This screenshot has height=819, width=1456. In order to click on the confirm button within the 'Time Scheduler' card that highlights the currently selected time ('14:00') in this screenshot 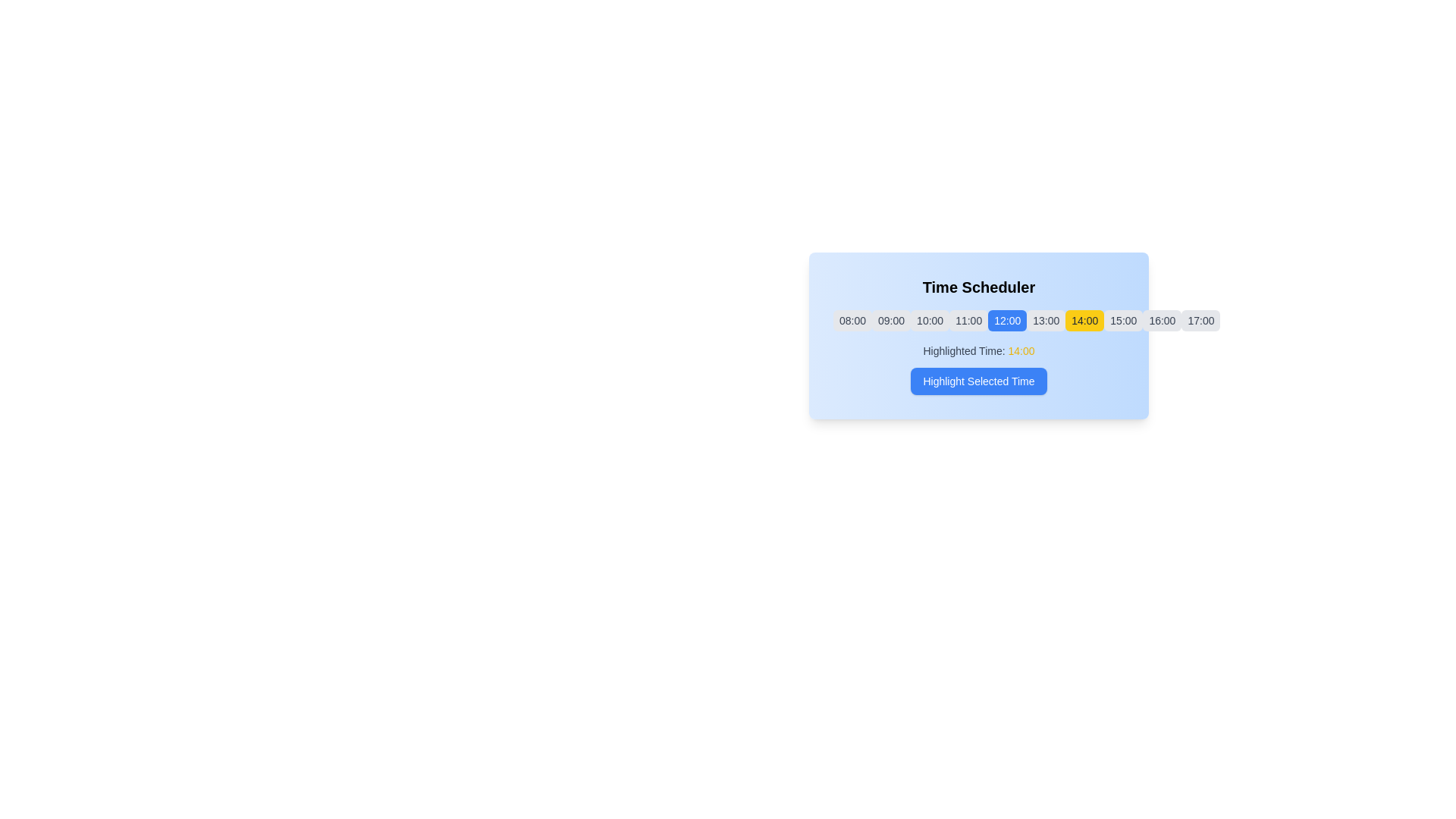, I will do `click(979, 369)`.